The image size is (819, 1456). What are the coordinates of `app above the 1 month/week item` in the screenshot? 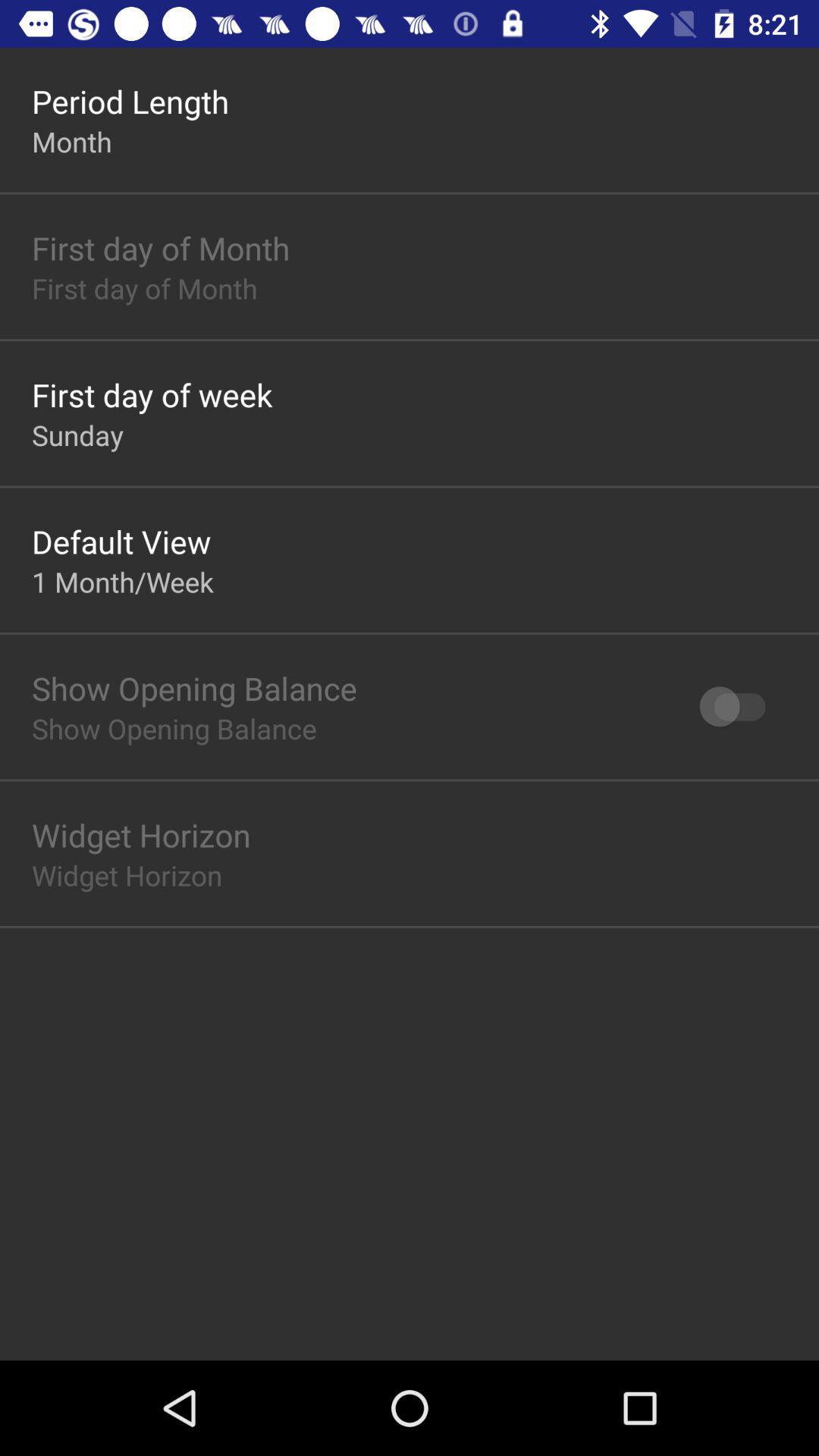 It's located at (121, 541).